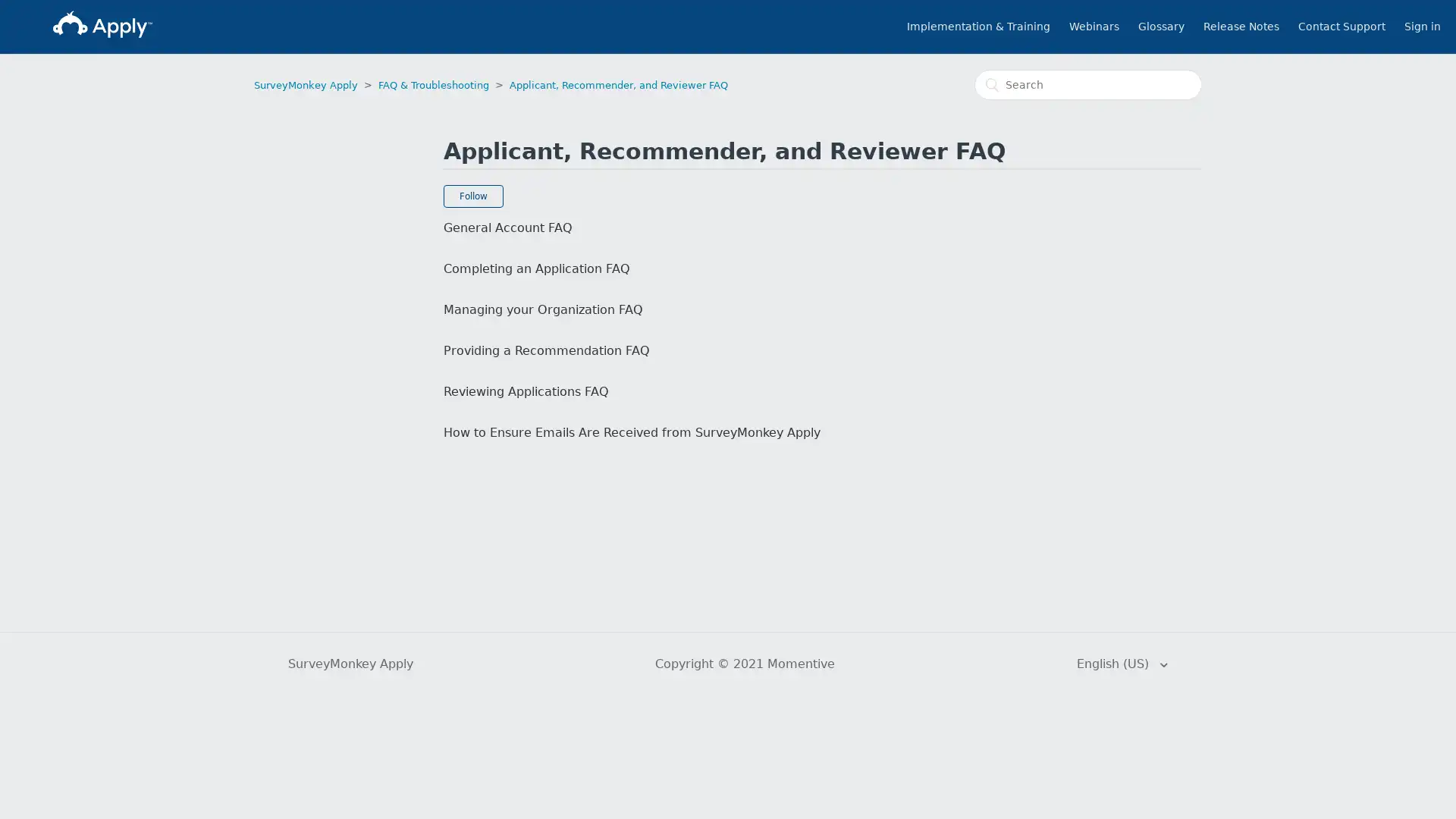  Describe the element at coordinates (472, 195) in the screenshot. I see `Follow` at that location.